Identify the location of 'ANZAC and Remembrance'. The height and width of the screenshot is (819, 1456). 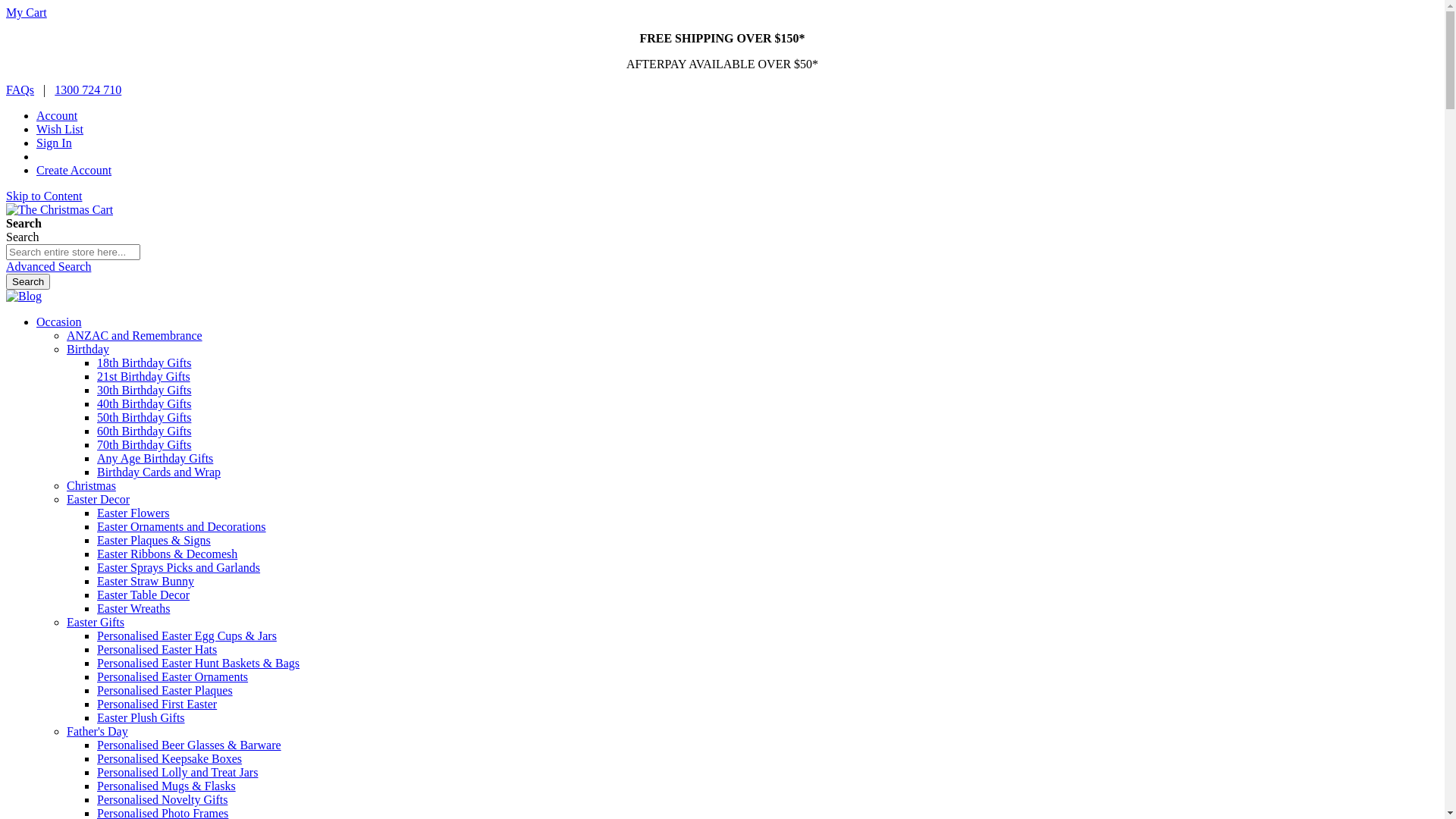
(134, 334).